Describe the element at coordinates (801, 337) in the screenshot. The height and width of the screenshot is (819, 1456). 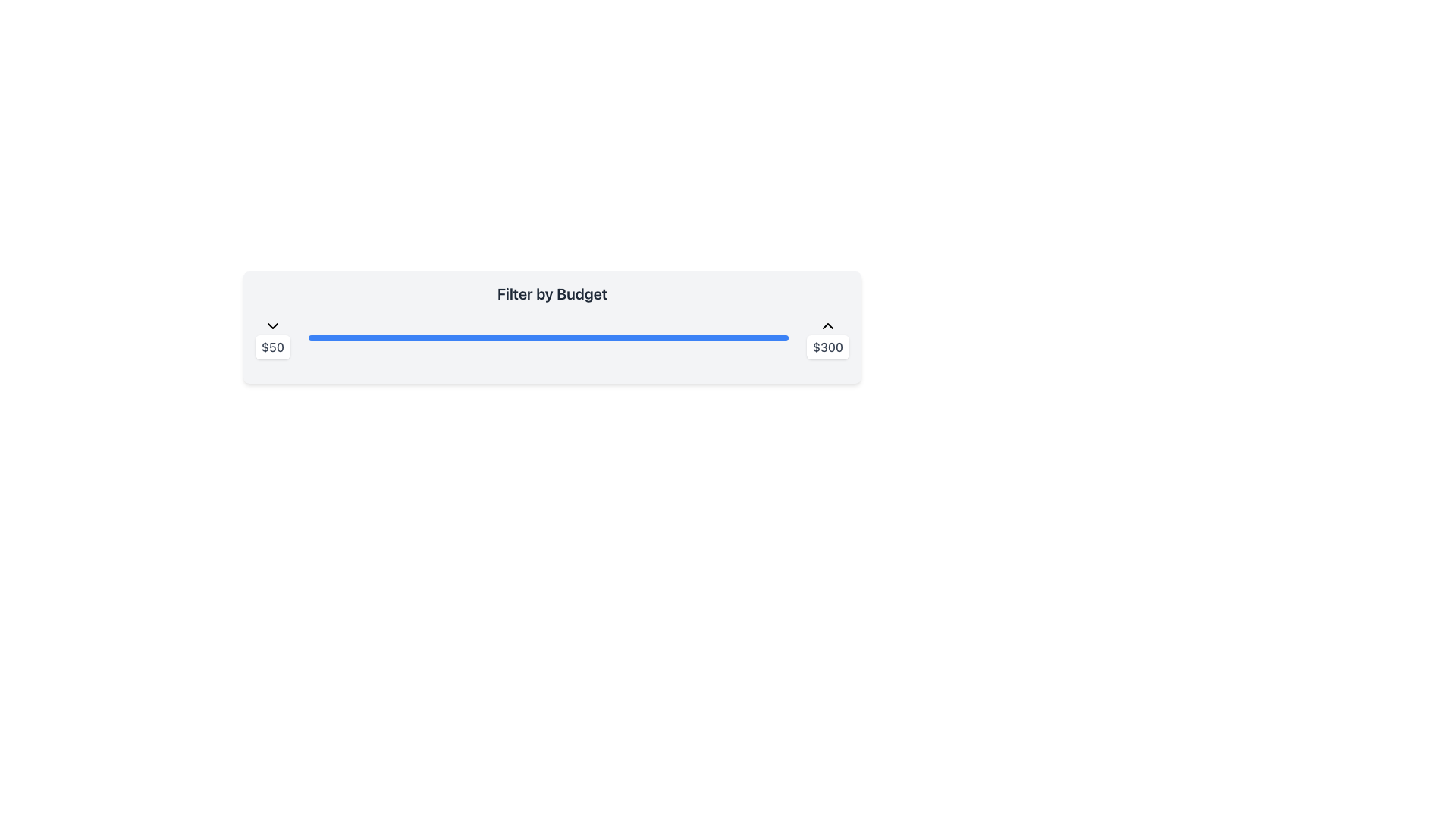
I see `the slider value` at that location.